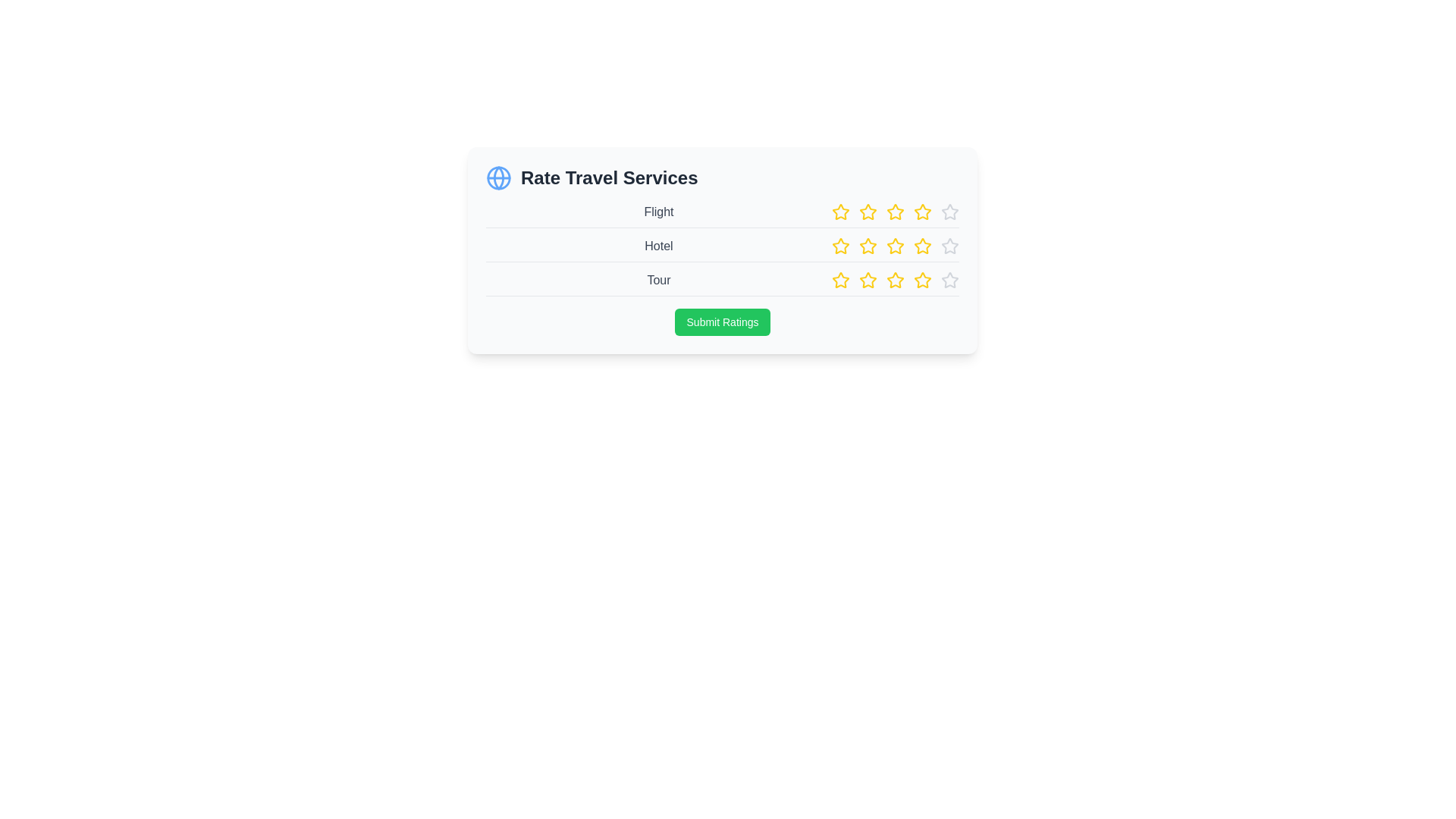  Describe the element at coordinates (658, 212) in the screenshot. I see `the Text Label indicating the rating for 'Flight' services, which is positioned on the left side of the rating section, above 'Hotel' and 'Tour', and aligned with the rating stars` at that location.